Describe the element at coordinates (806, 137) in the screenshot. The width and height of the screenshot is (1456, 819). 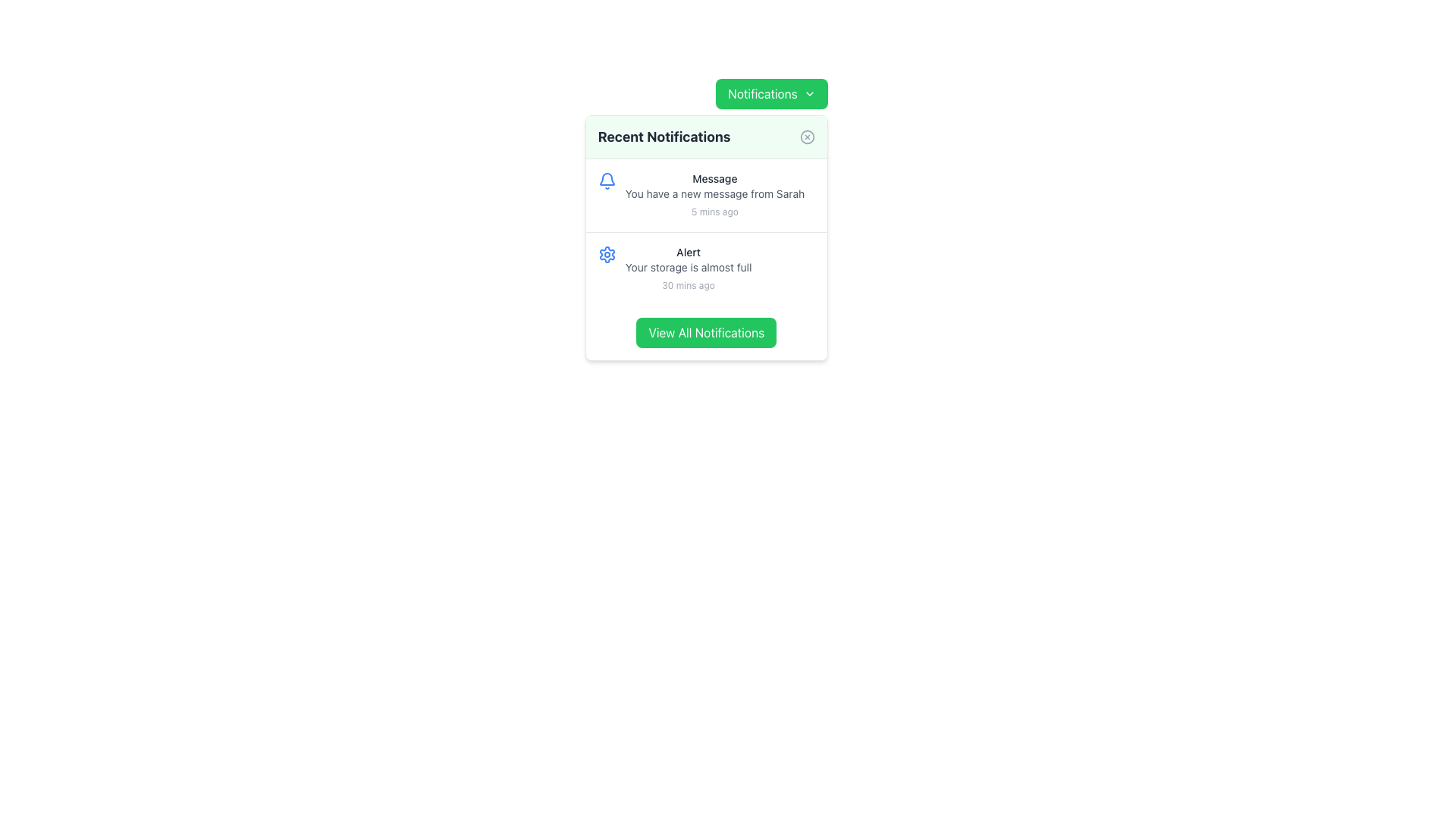
I see `the close button for the notification panel located at the top right corner of the 'Recent Notifications' section to change its color` at that location.